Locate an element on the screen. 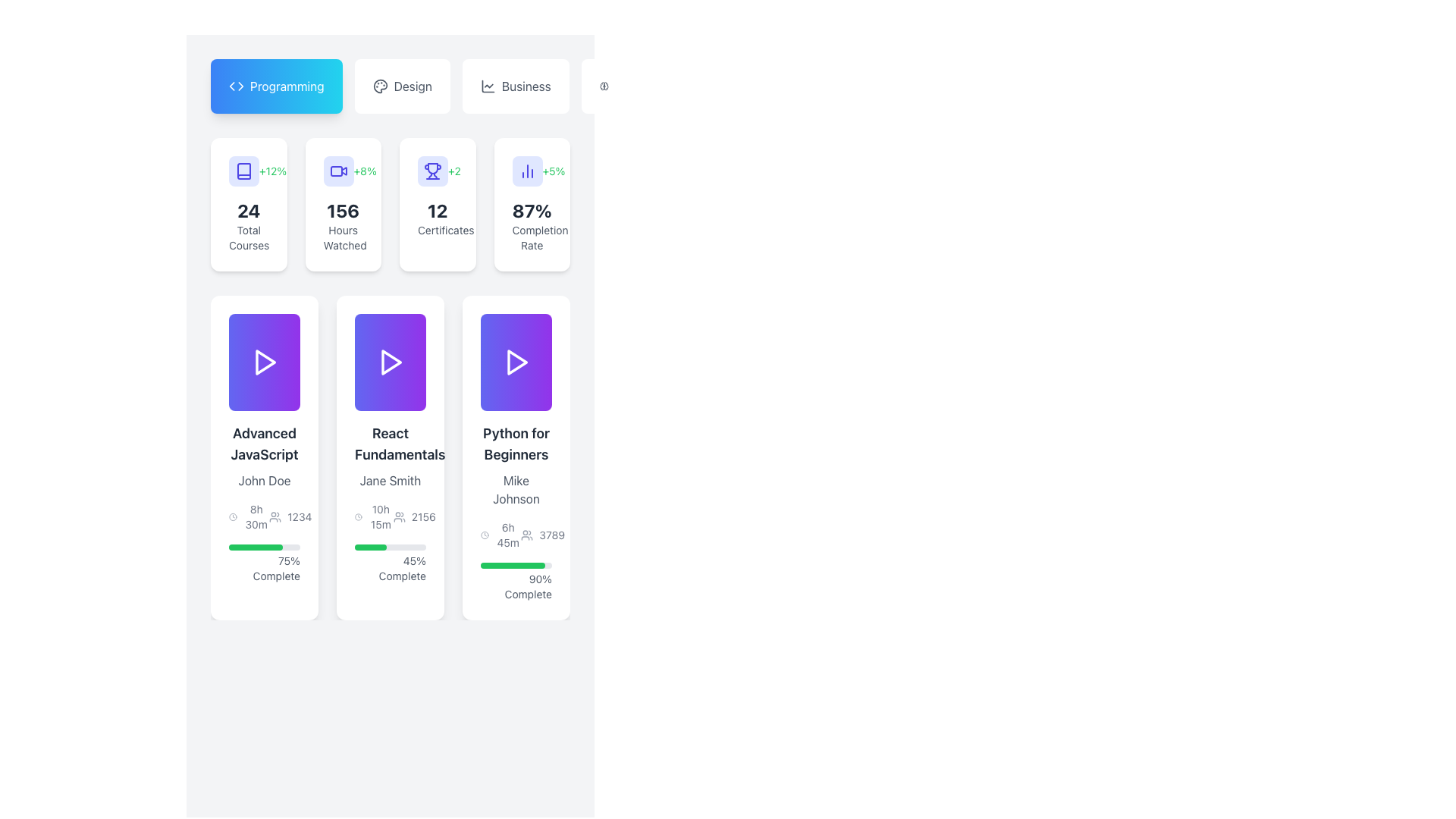 The image size is (1456, 819). the indigo vertically aligned bar chart icon located at the center of the fourth card in the top row of the layout is located at coordinates (527, 171).